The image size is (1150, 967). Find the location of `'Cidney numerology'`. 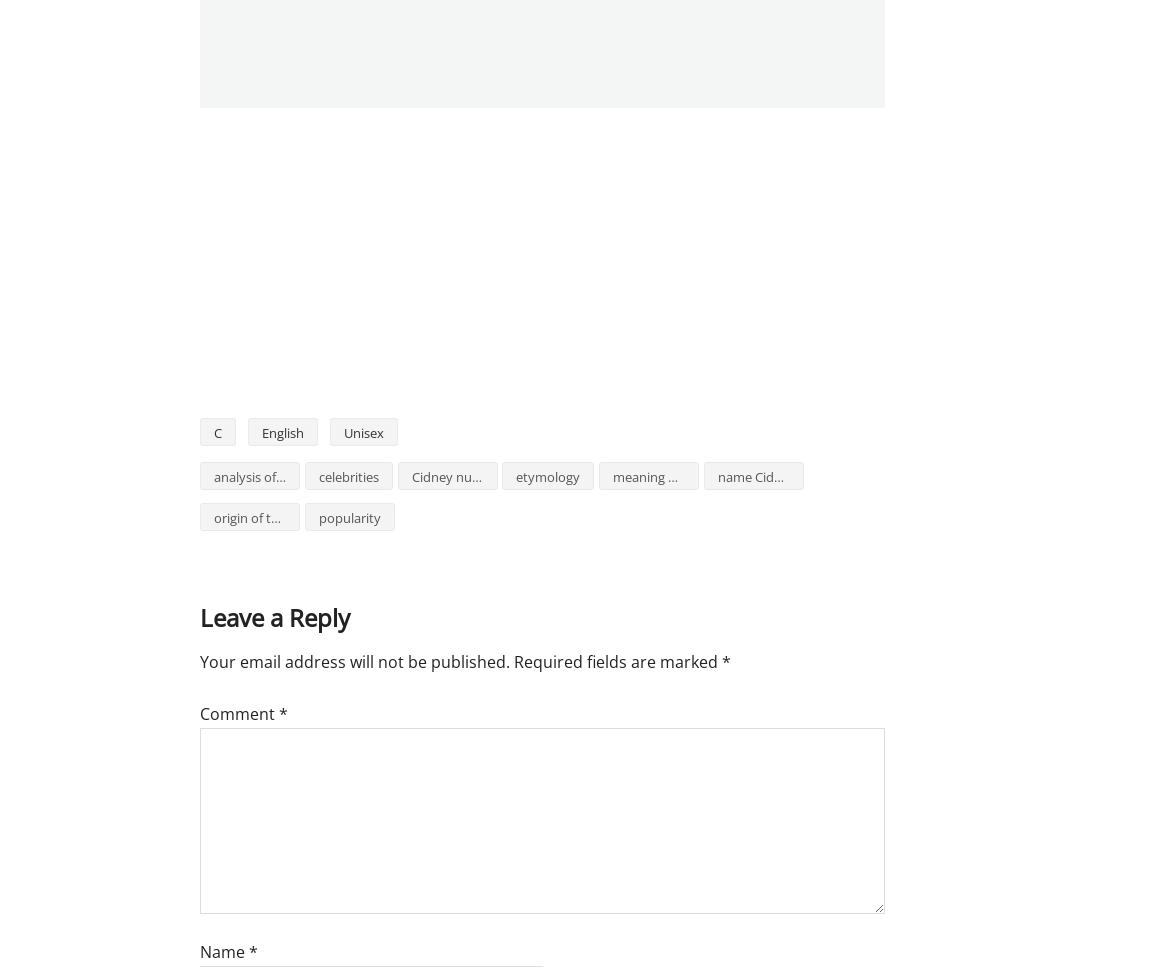

'Cidney numerology' is located at coordinates (469, 477).